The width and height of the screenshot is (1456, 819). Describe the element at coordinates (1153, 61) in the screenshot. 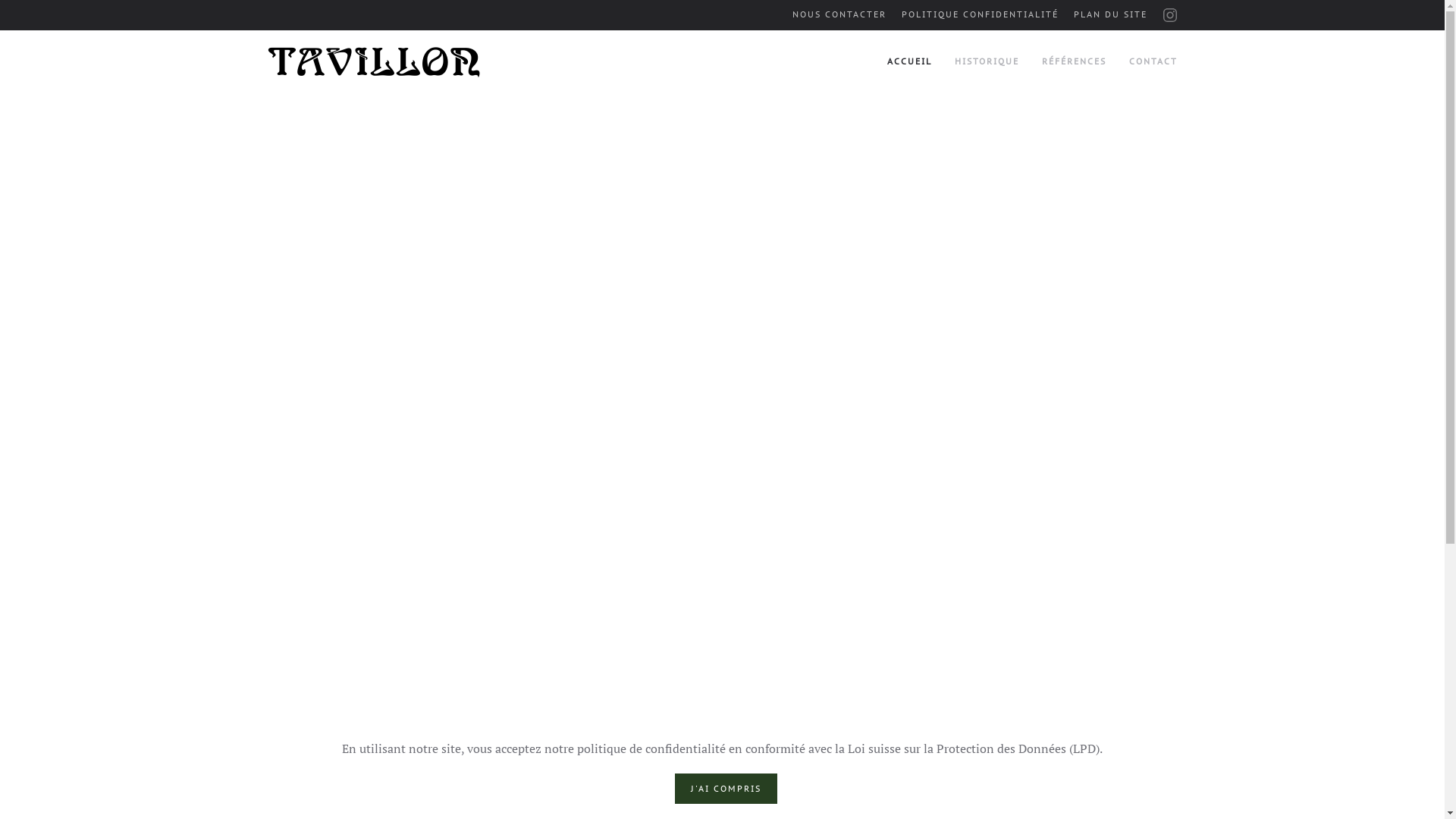

I see `'CONTACT'` at that location.